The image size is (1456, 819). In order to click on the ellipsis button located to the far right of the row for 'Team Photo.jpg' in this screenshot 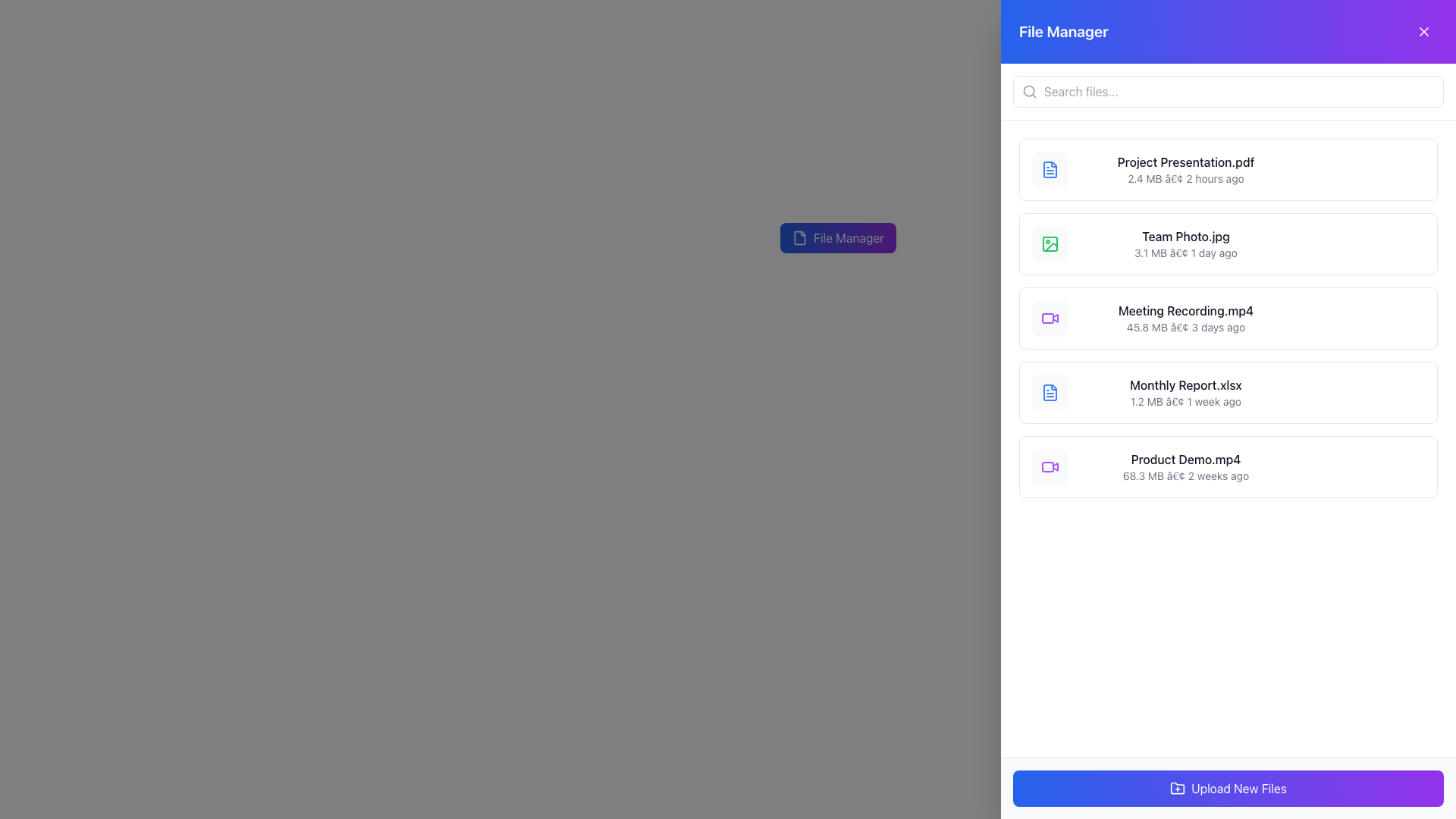, I will do `click(1411, 243)`.